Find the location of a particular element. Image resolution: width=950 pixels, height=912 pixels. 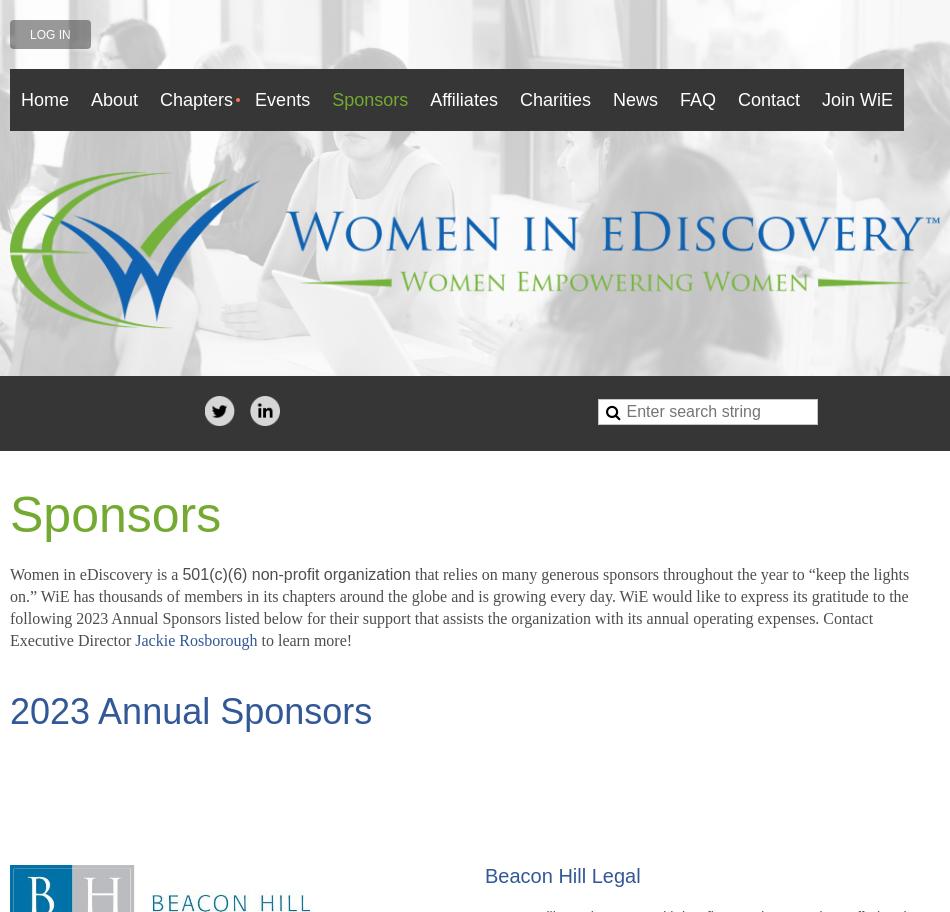

'Women in
 eDiscovery is a' is located at coordinates (96, 572).